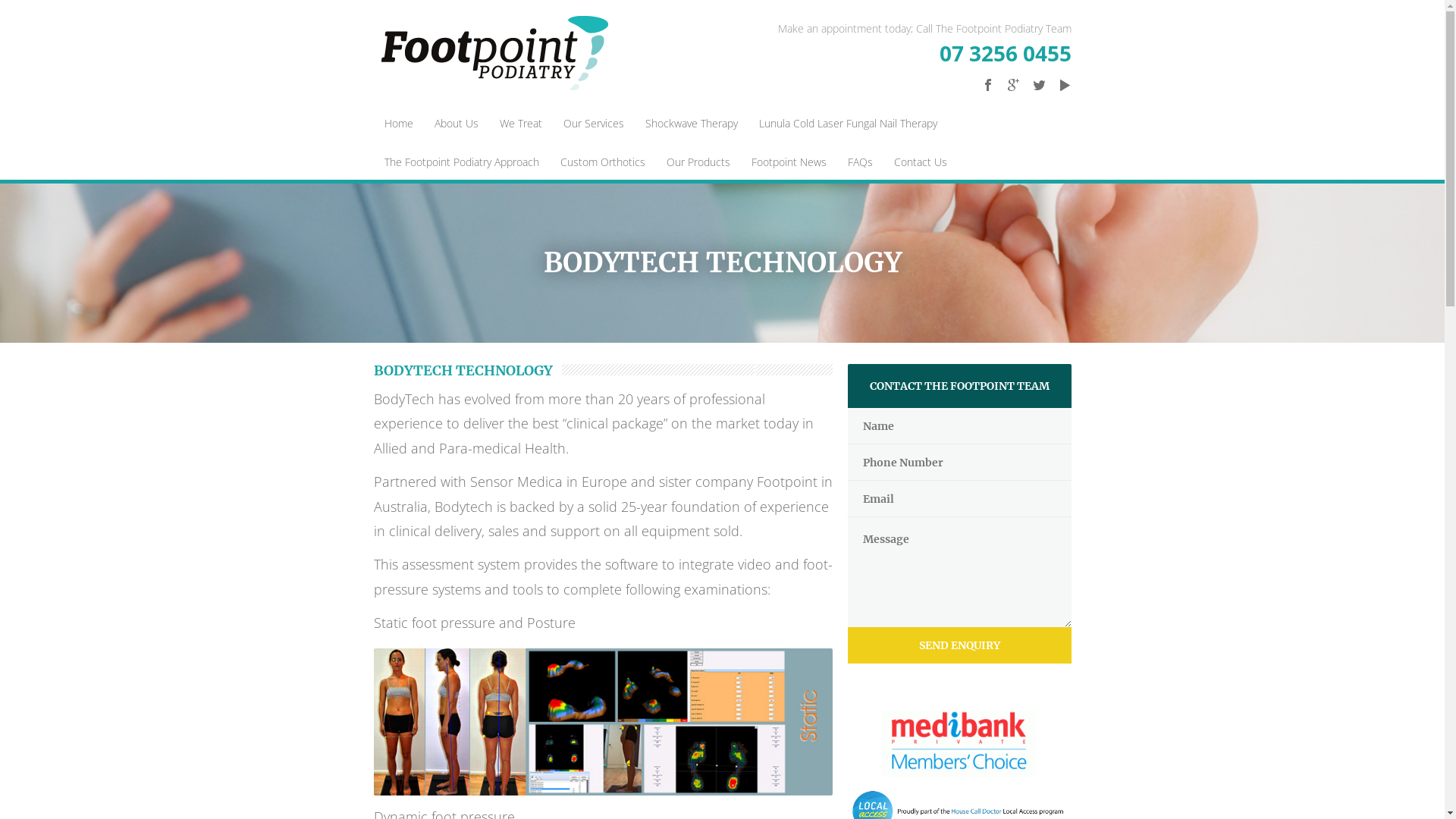 The width and height of the screenshot is (1456, 819). What do you see at coordinates (747, 124) in the screenshot?
I see `'Lunula Cold Laser Fungal Nail Therapy'` at bounding box center [747, 124].